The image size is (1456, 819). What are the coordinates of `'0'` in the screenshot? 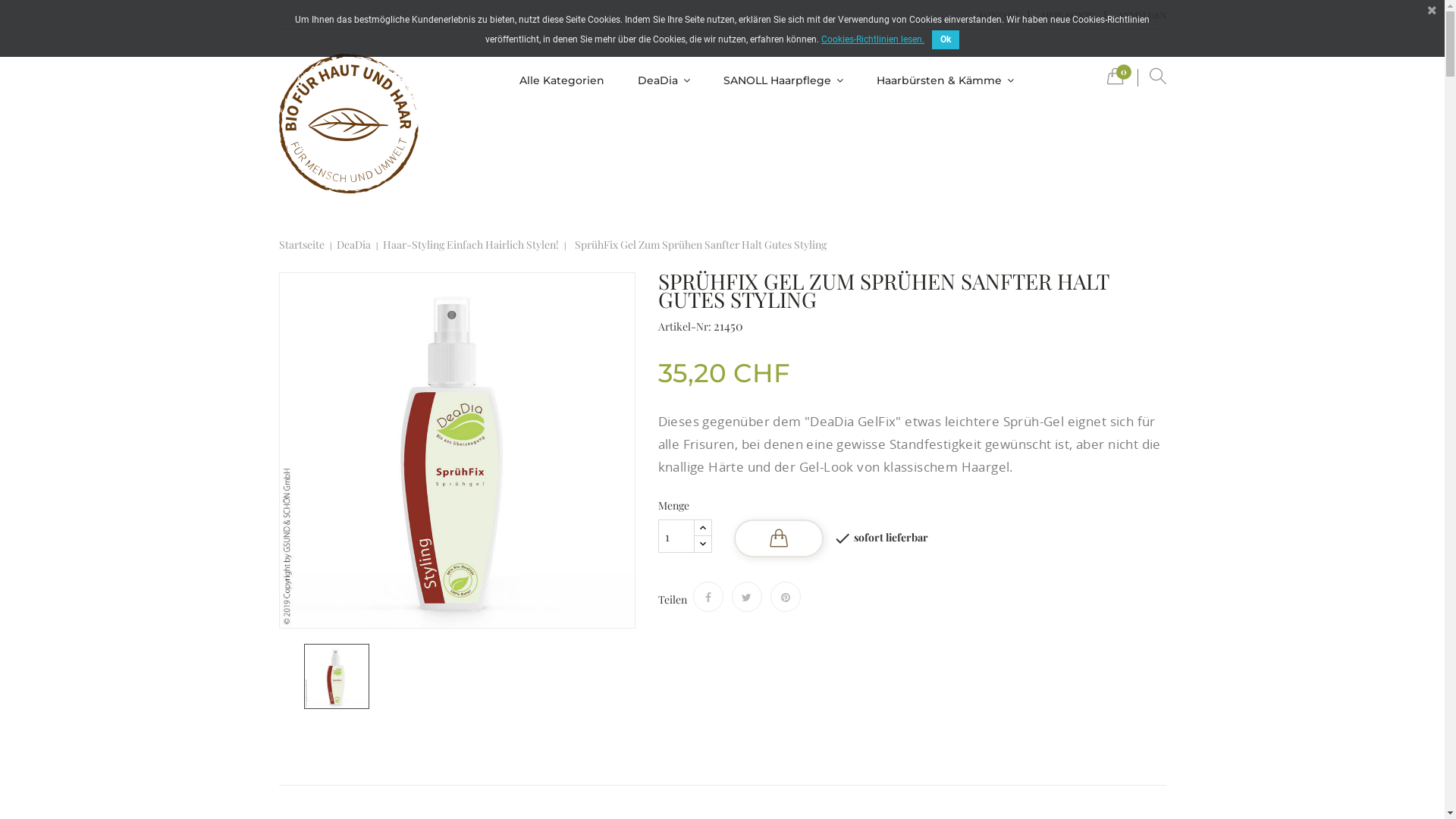 It's located at (1115, 80).